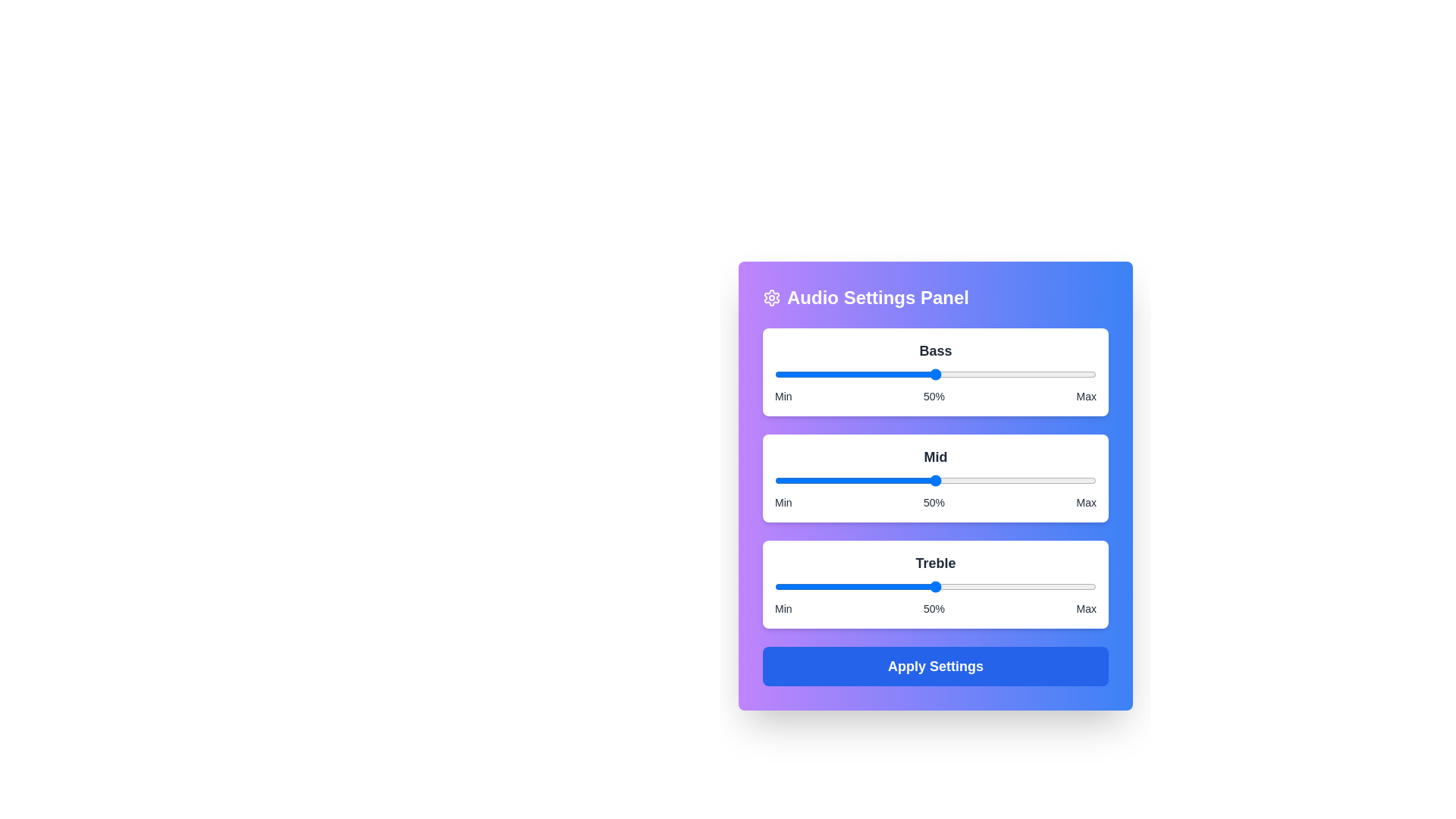 Image resolution: width=1456 pixels, height=819 pixels. What do you see at coordinates (934, 396) in the screenshot?
I see `the static text label displaying the current percentage level of the 'Bass' audio setting, located above the 'Mid' and 'Treble' sliders in the audio settings interface` at bounding box center [934, 396].